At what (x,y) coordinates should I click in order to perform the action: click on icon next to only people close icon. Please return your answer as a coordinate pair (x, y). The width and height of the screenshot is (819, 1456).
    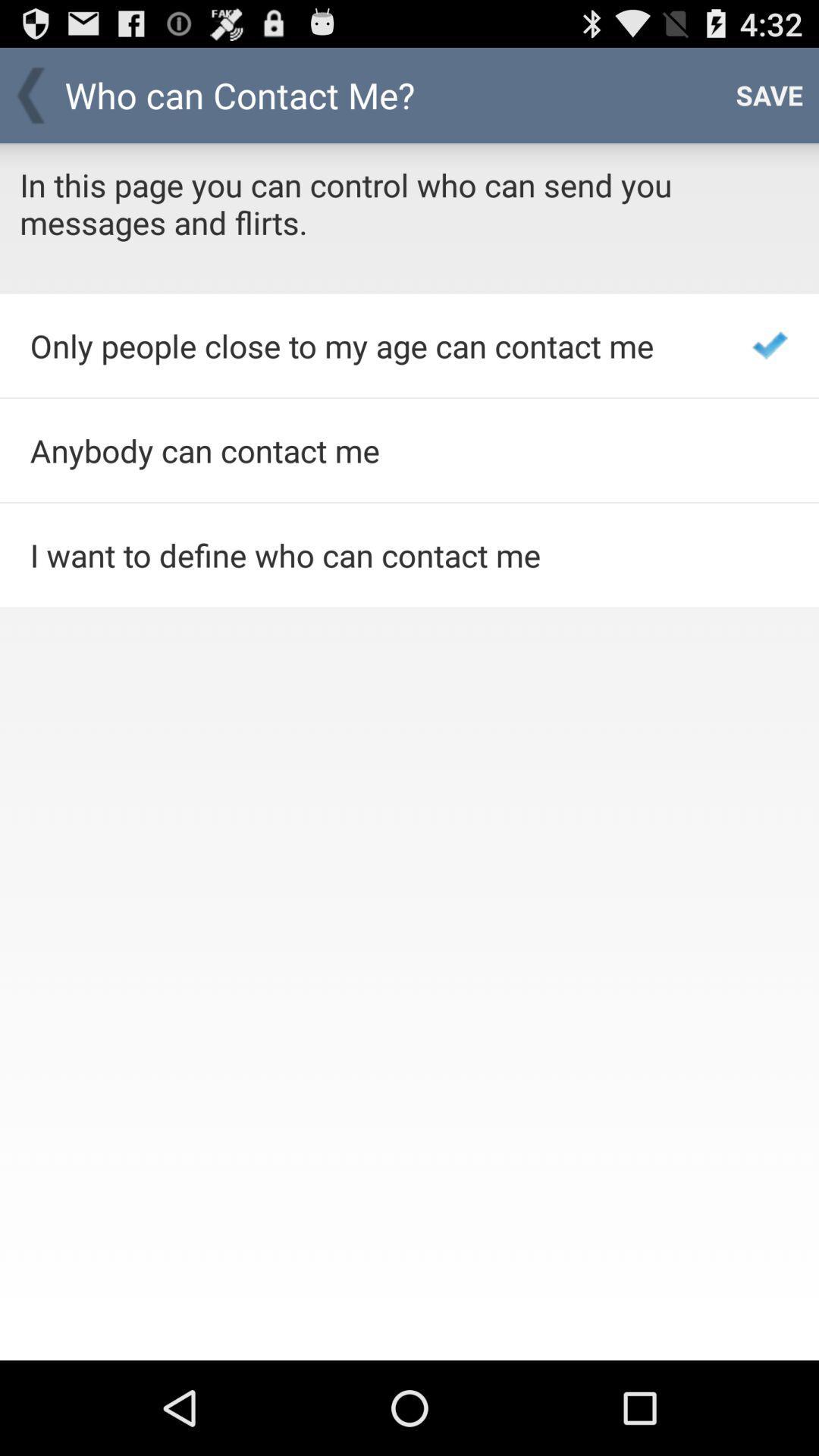
    Looking at the image, I should click on (770, 344).